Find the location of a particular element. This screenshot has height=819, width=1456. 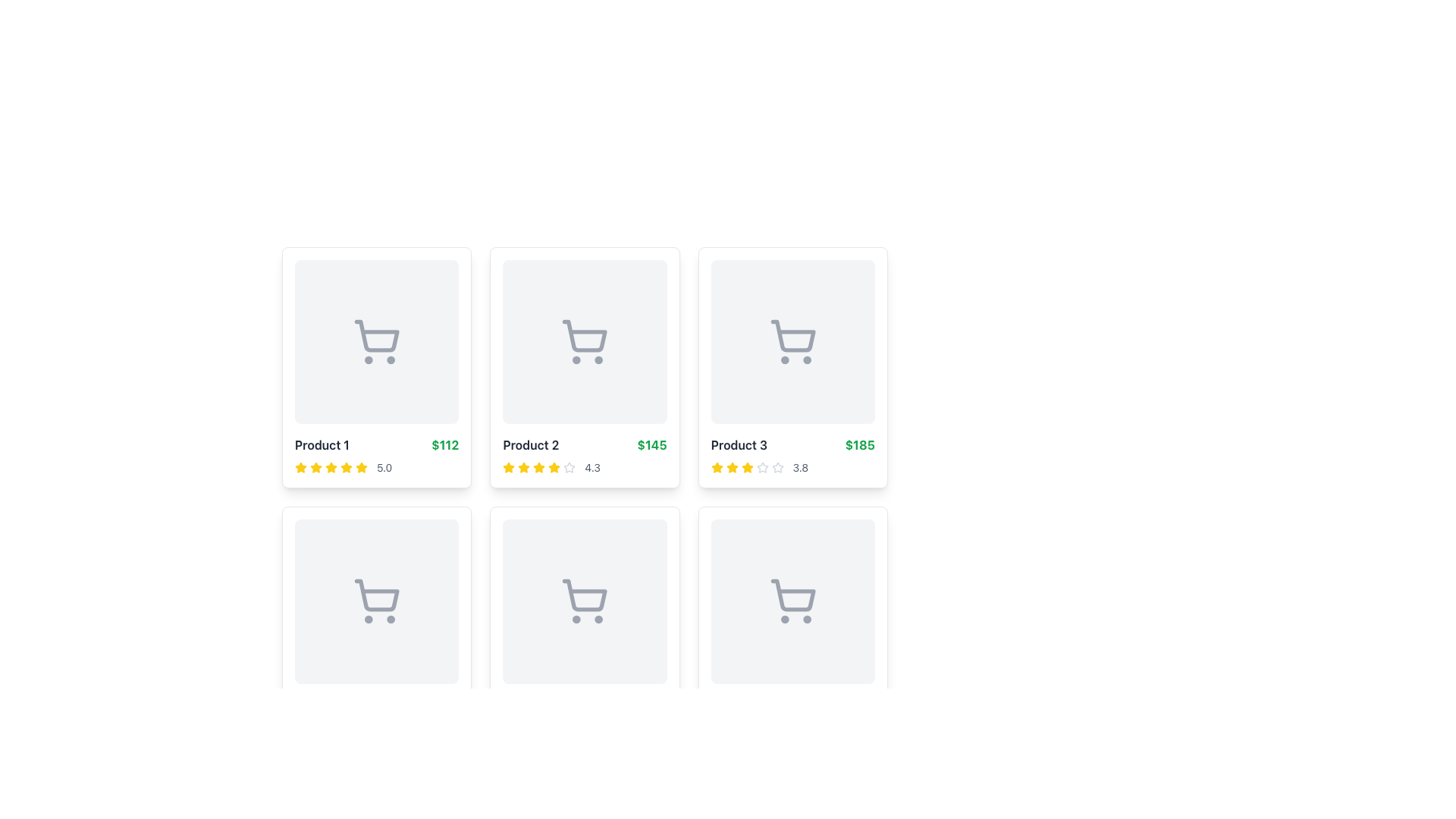

the first star icon in the rating section of the first product card in the second row of the grid layout, which visually represents a rating is located at coordinates (345, 467).